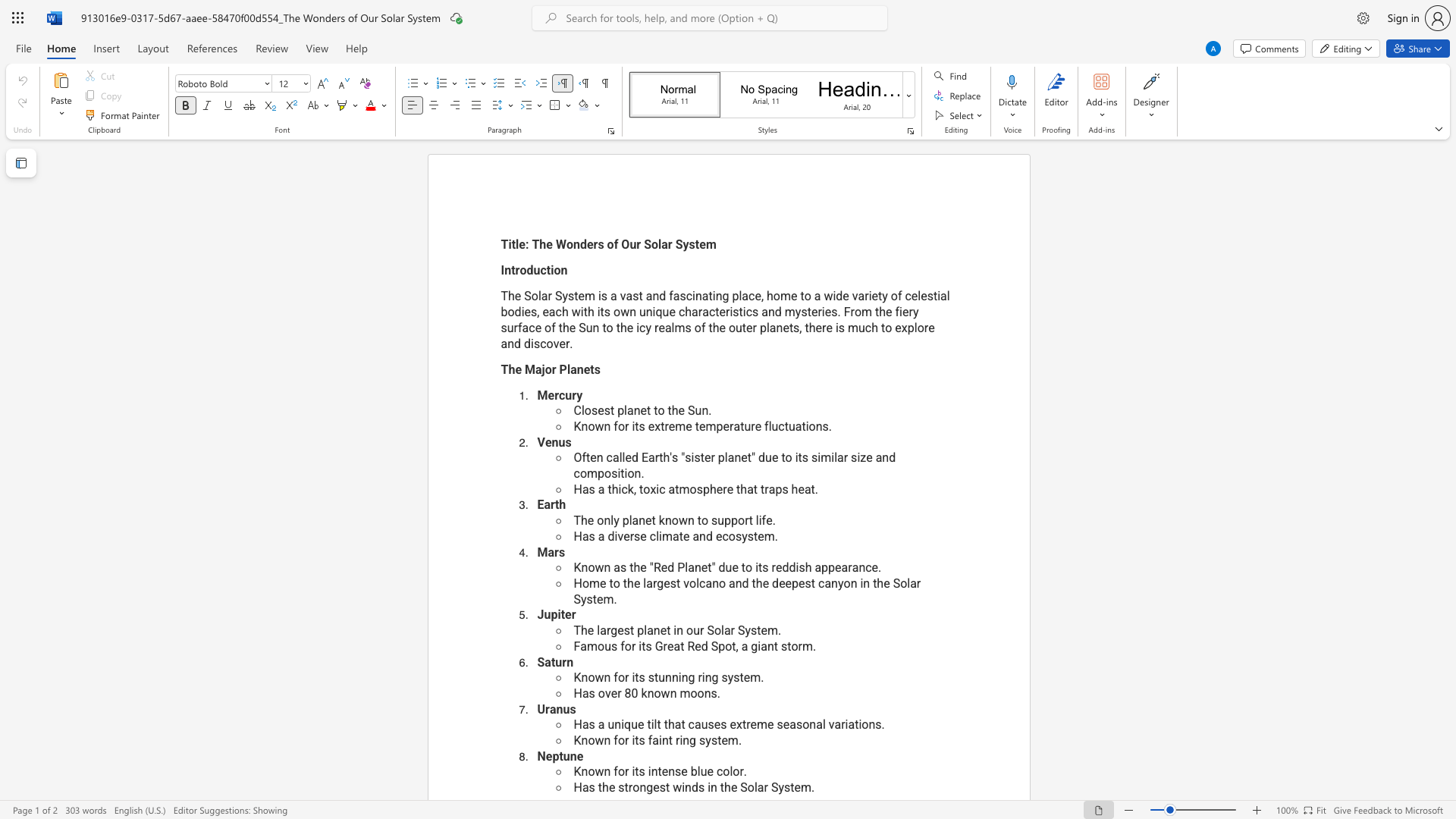 The height and width of the screenshot is (819, 1456). Describe the element at coordinates (549, 269) in the screenshot. I see `the space between the continuous character "t" and "i" in the text` at that location.